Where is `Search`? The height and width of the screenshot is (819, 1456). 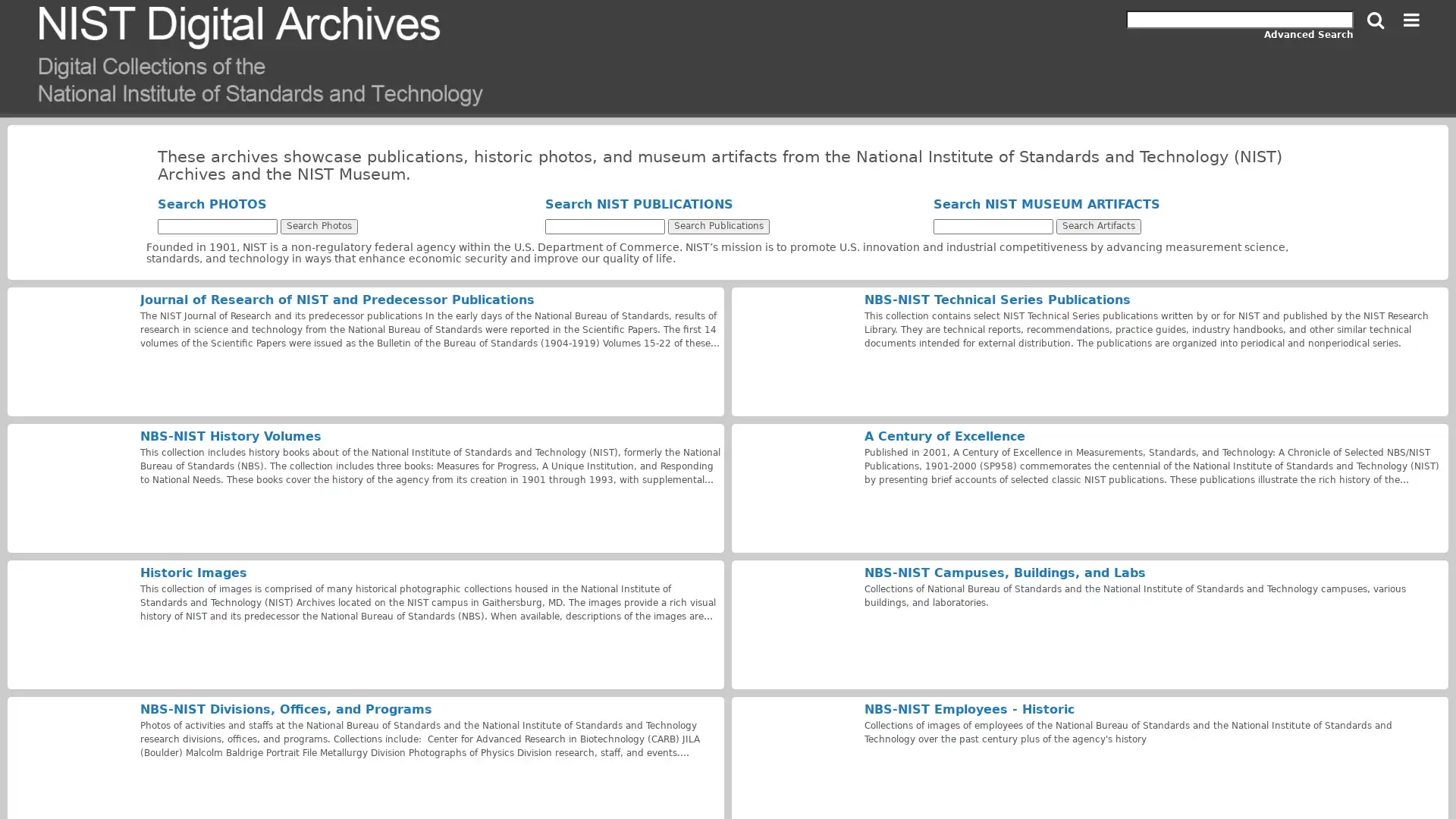 Search is located at coordinates (1376, 20).